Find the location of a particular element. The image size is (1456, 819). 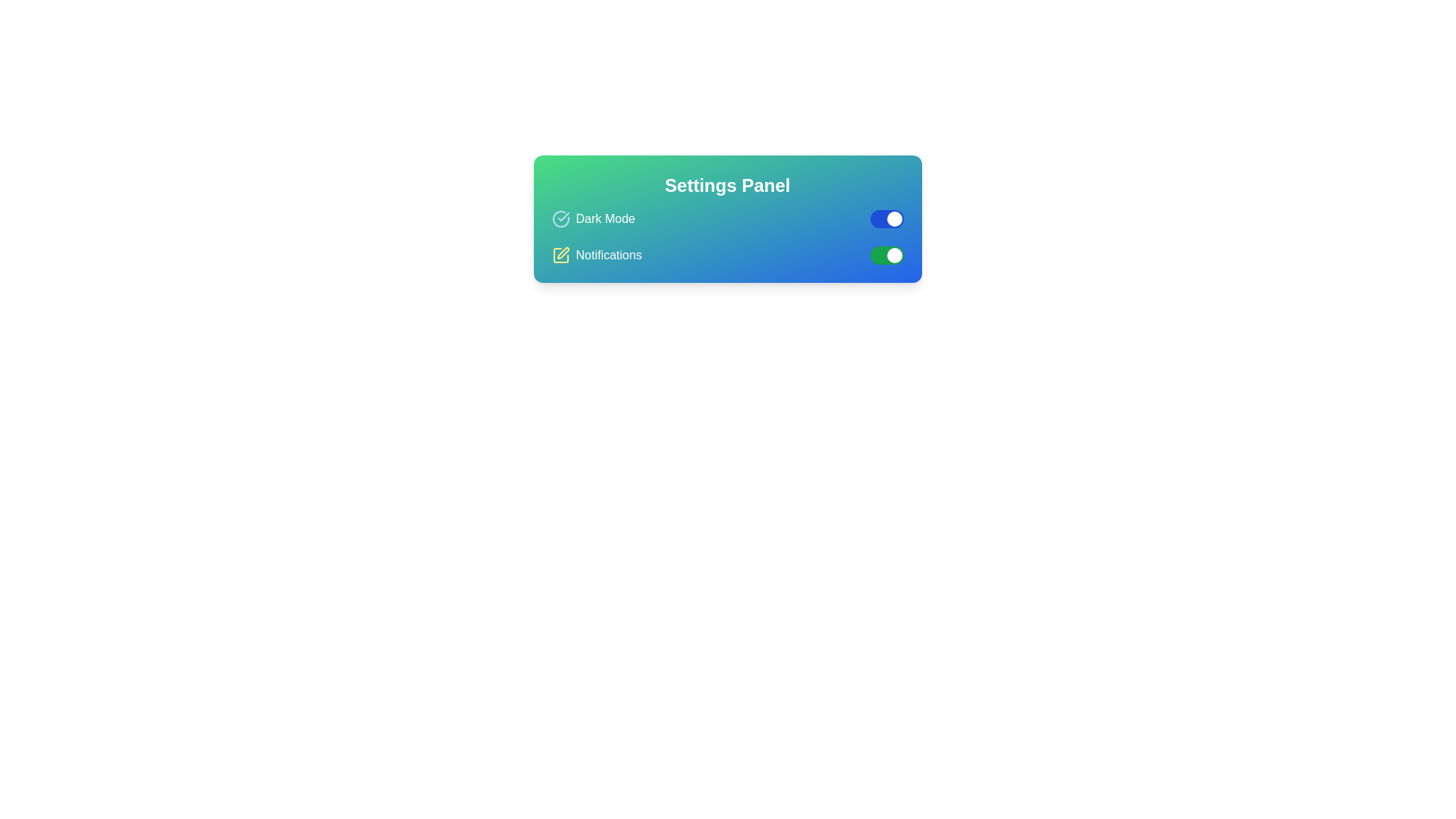

the 'Notifications' toggle label with an icon, located below the 'Dark Mode' toggle option in the settings panel is located at coordinates (596, 254).